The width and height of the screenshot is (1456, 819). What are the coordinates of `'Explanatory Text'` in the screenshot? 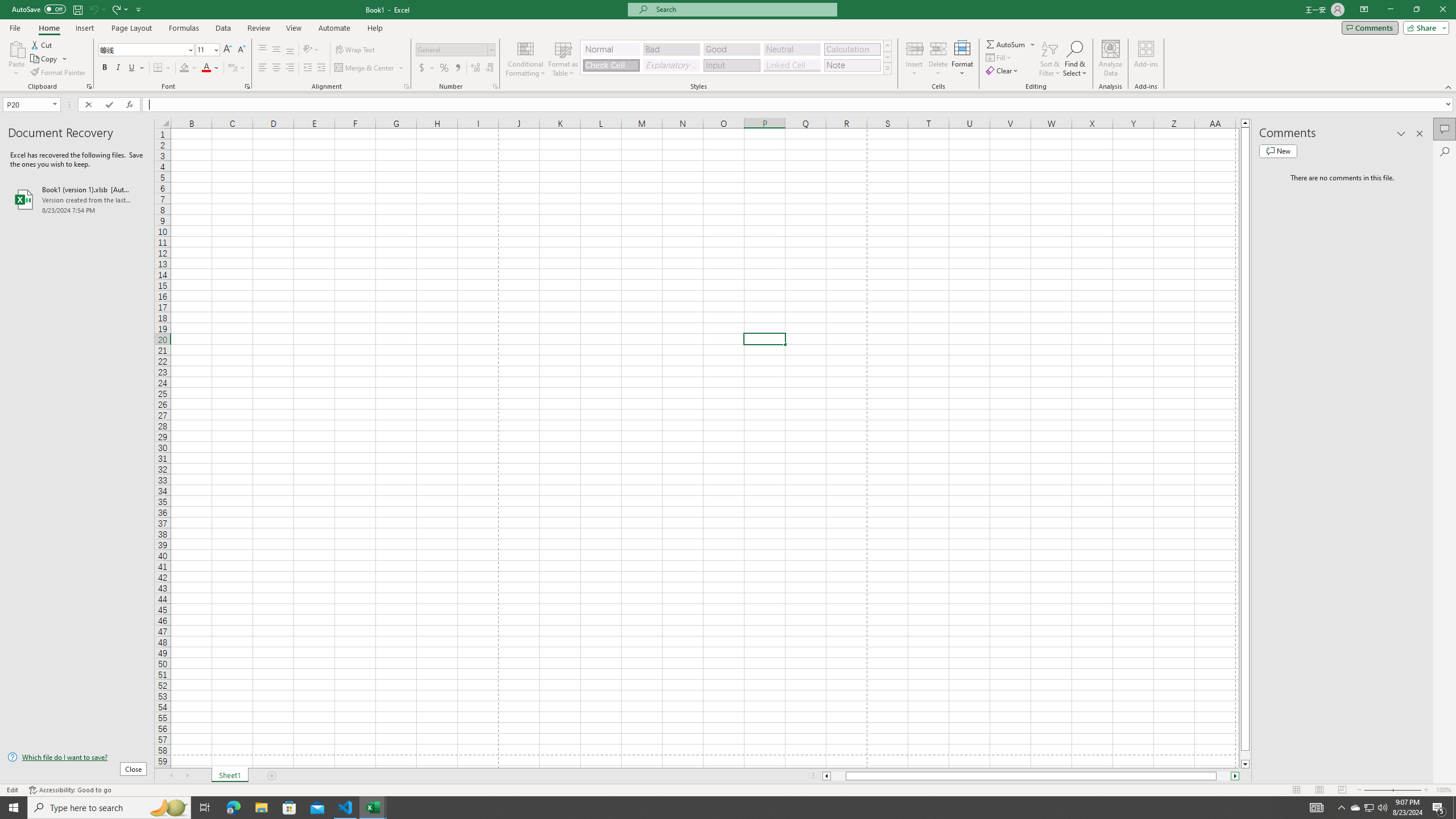 It's located at (672, 65).